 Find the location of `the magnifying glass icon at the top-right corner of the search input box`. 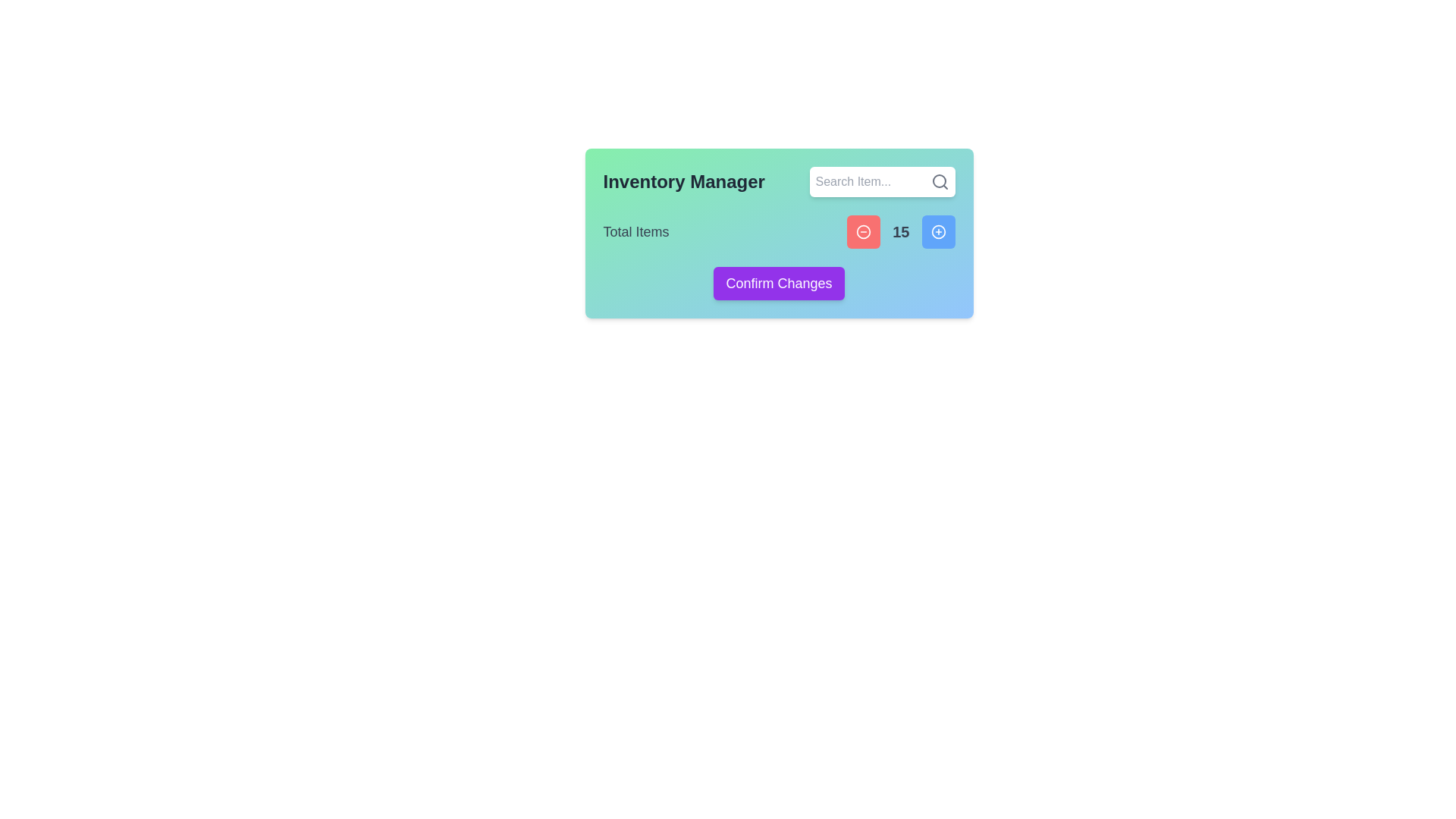

the magnifying glass icon at the top-right corner of the search input box is located at coordinates (939, 180).